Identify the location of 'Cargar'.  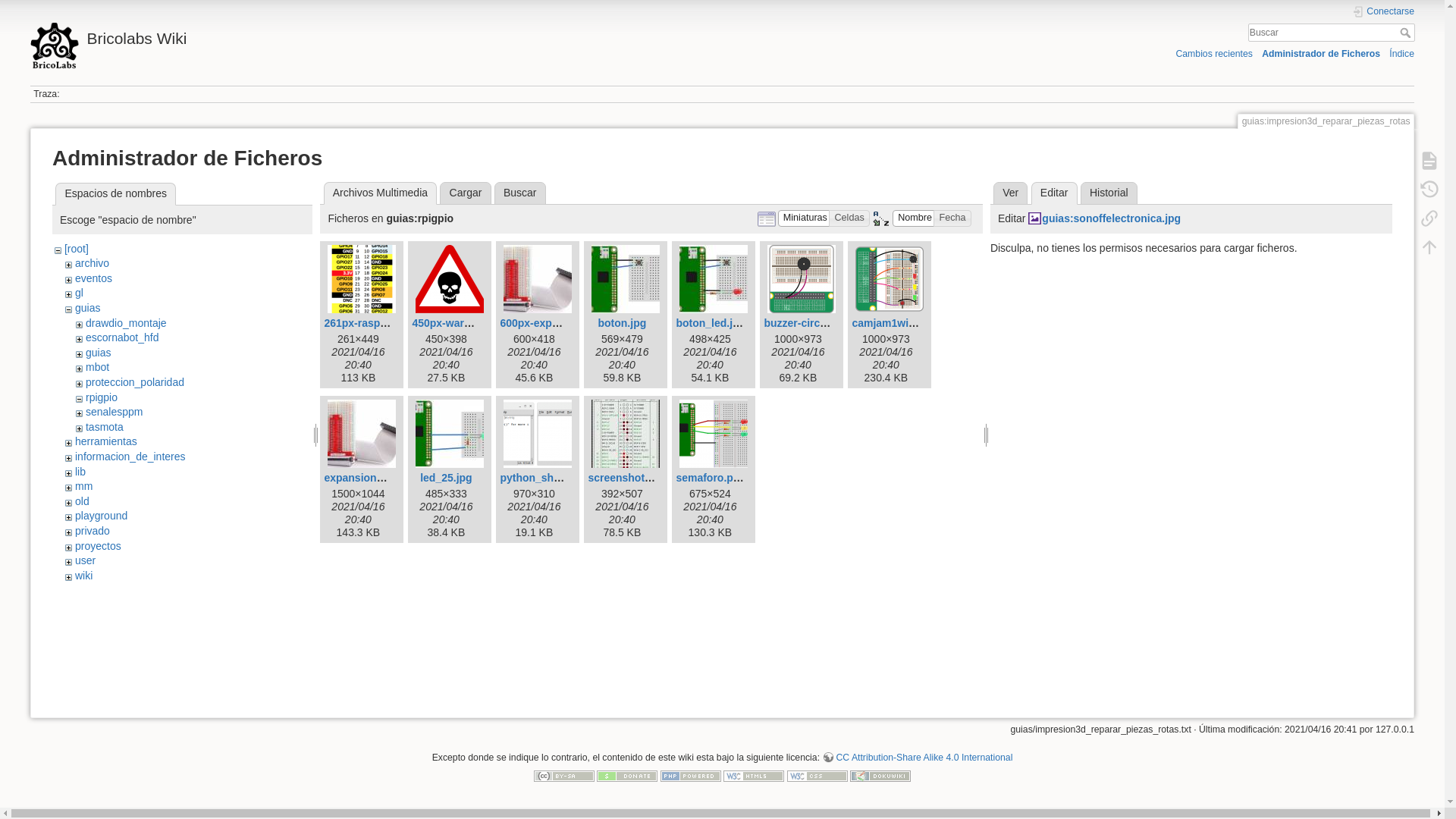
(464, 192).